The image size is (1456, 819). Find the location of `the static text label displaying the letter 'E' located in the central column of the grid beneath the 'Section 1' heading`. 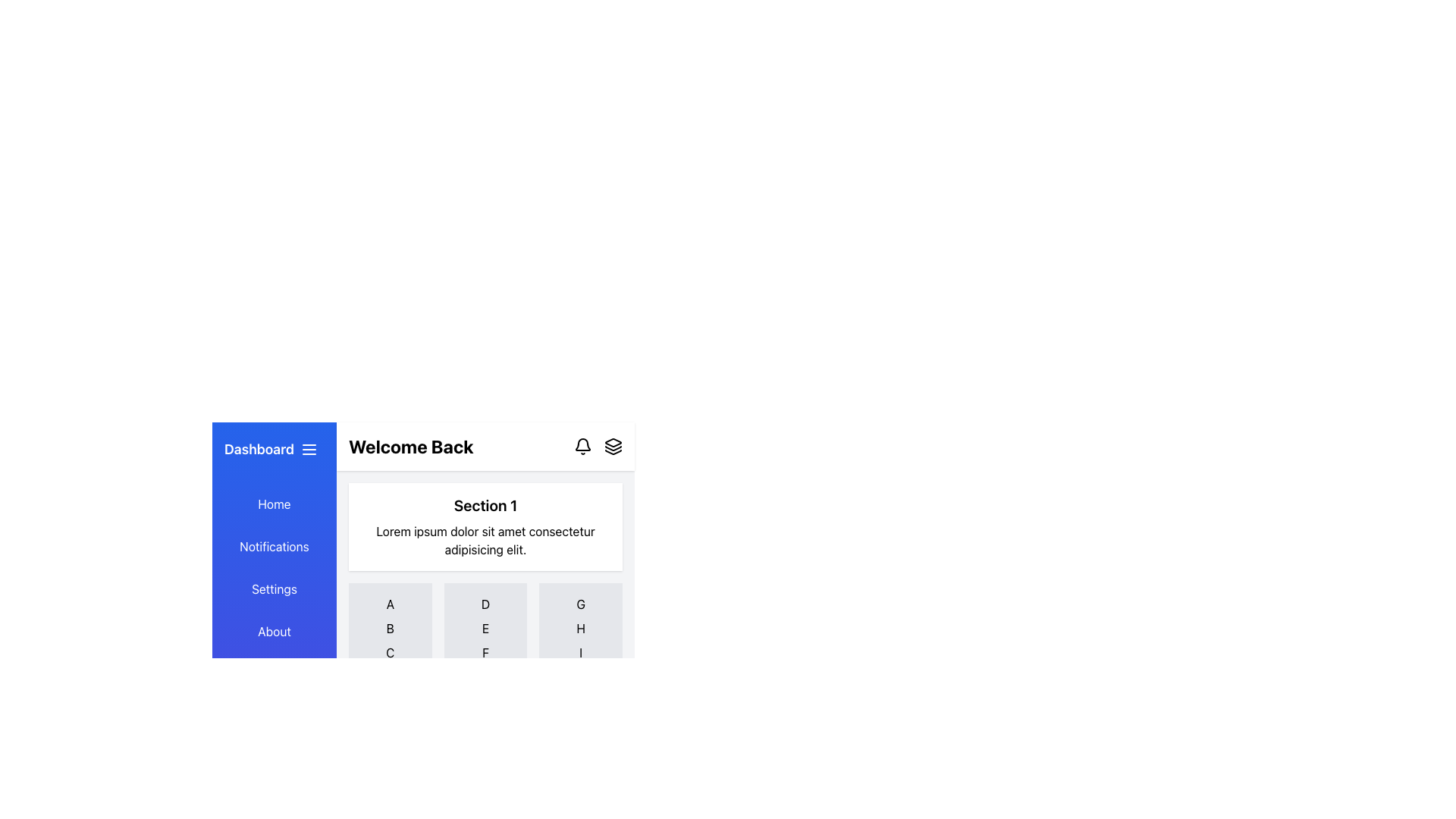

the static text label displaying the letter 'E' located in the central column of the grid beneath the 'Section 1' heading is located at coordinates (485, 632).